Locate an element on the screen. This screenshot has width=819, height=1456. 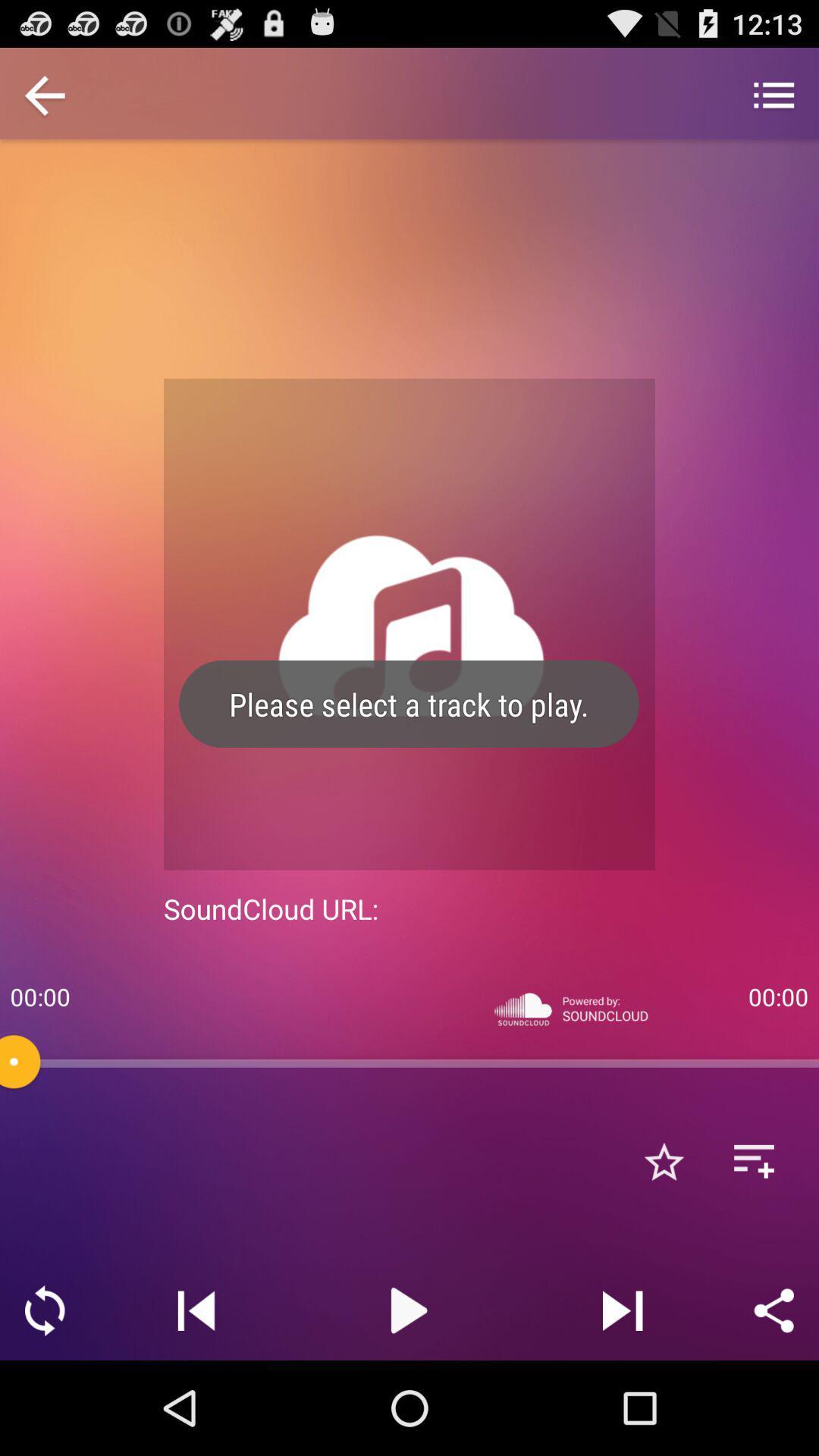
the refresh icon is located at coordinates (44, 1401).